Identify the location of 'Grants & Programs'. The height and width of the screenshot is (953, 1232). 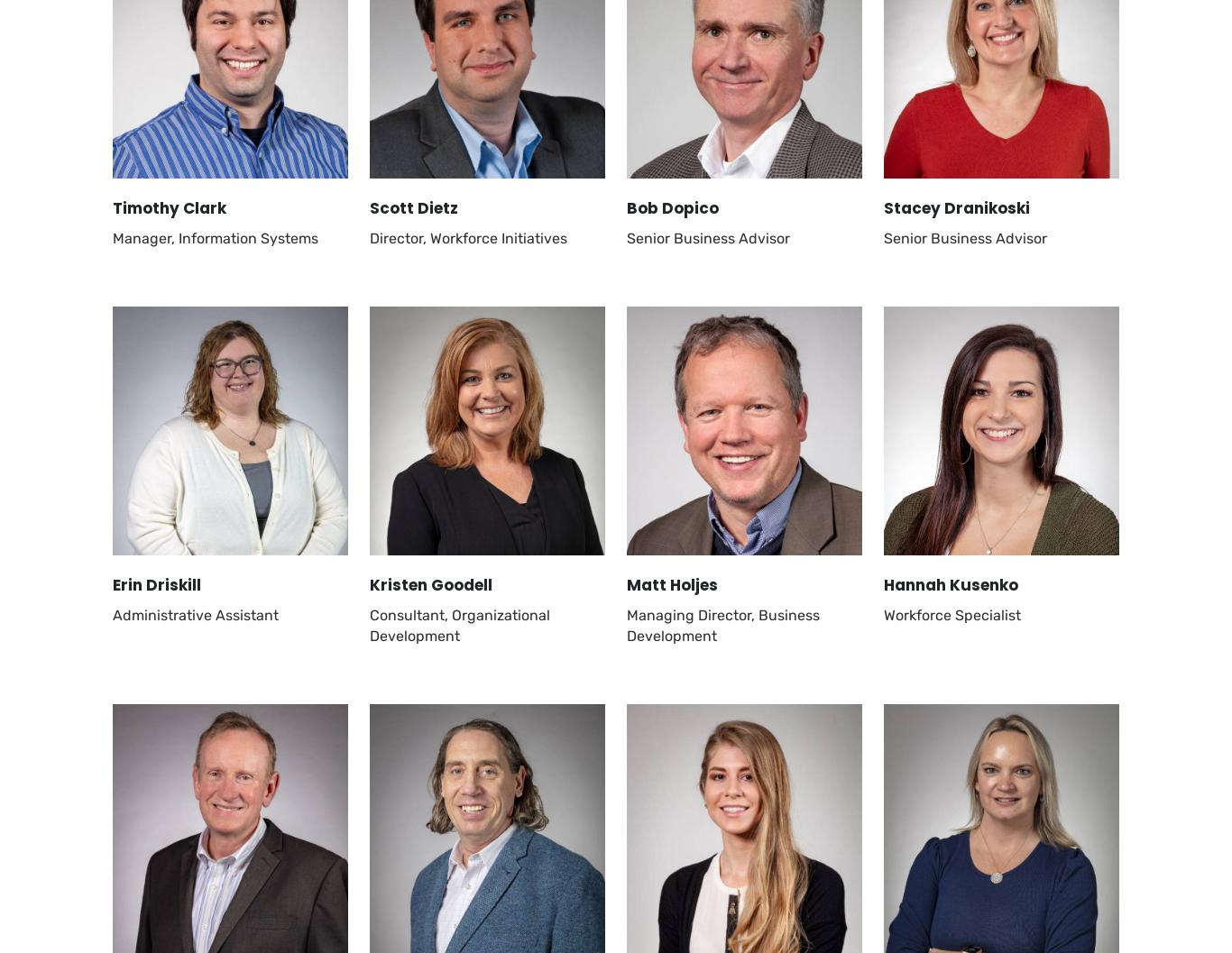
(546, 307).